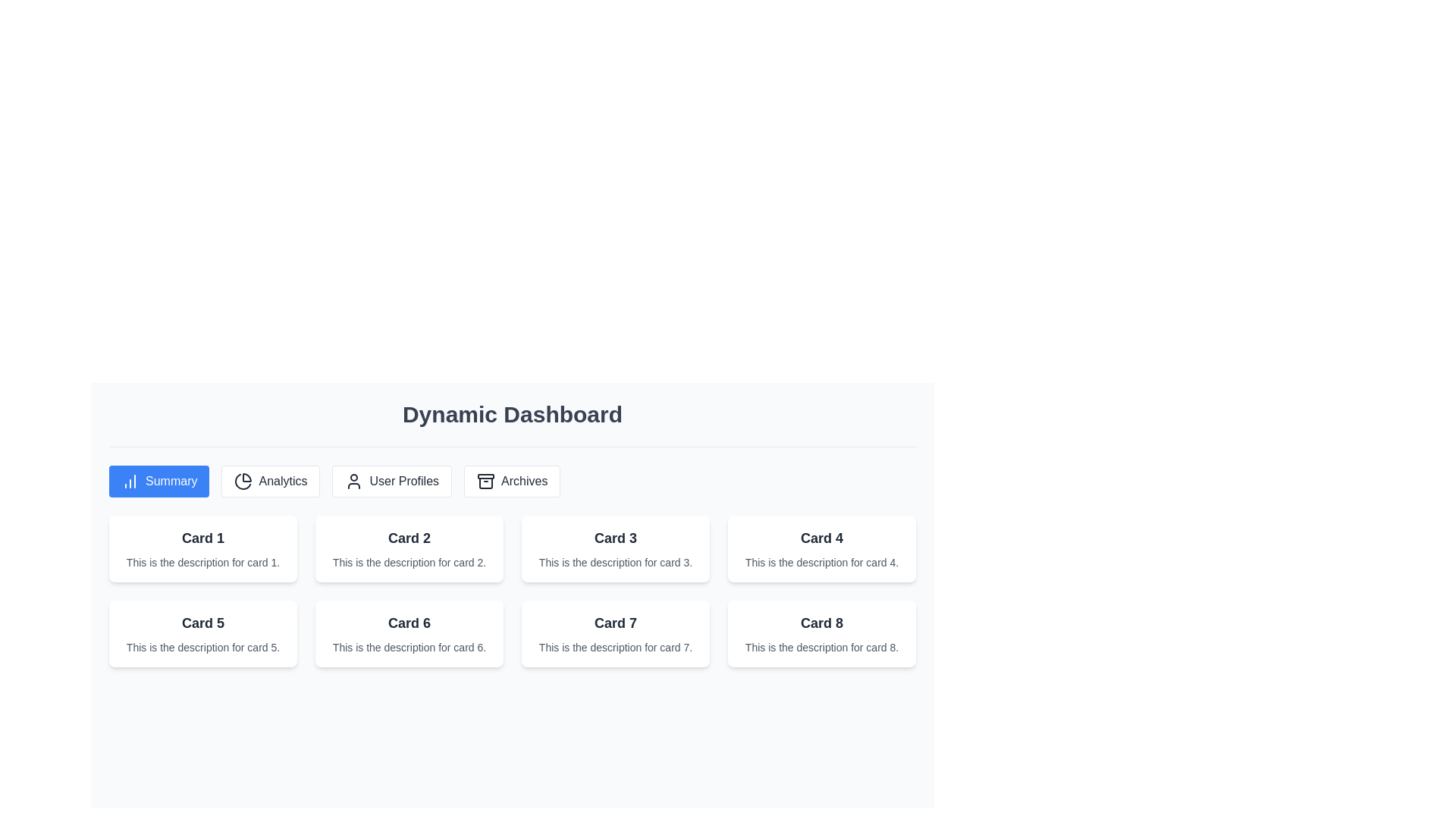  I want to click on the Information card labeled 'Card 2', so click(409, 549).